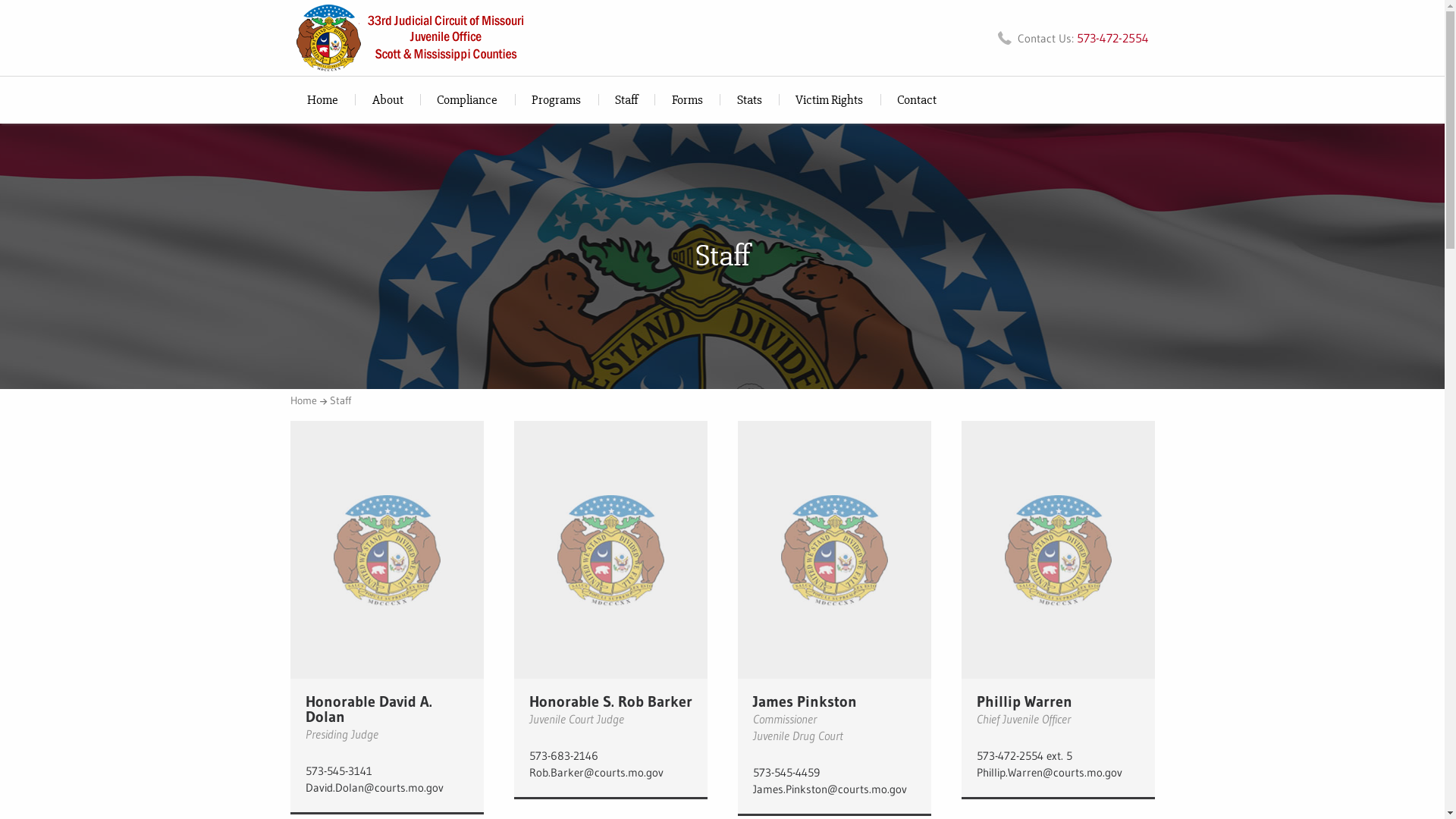 The image size is (1456, 819). I want to click on 'Staff', so click(338, 400).